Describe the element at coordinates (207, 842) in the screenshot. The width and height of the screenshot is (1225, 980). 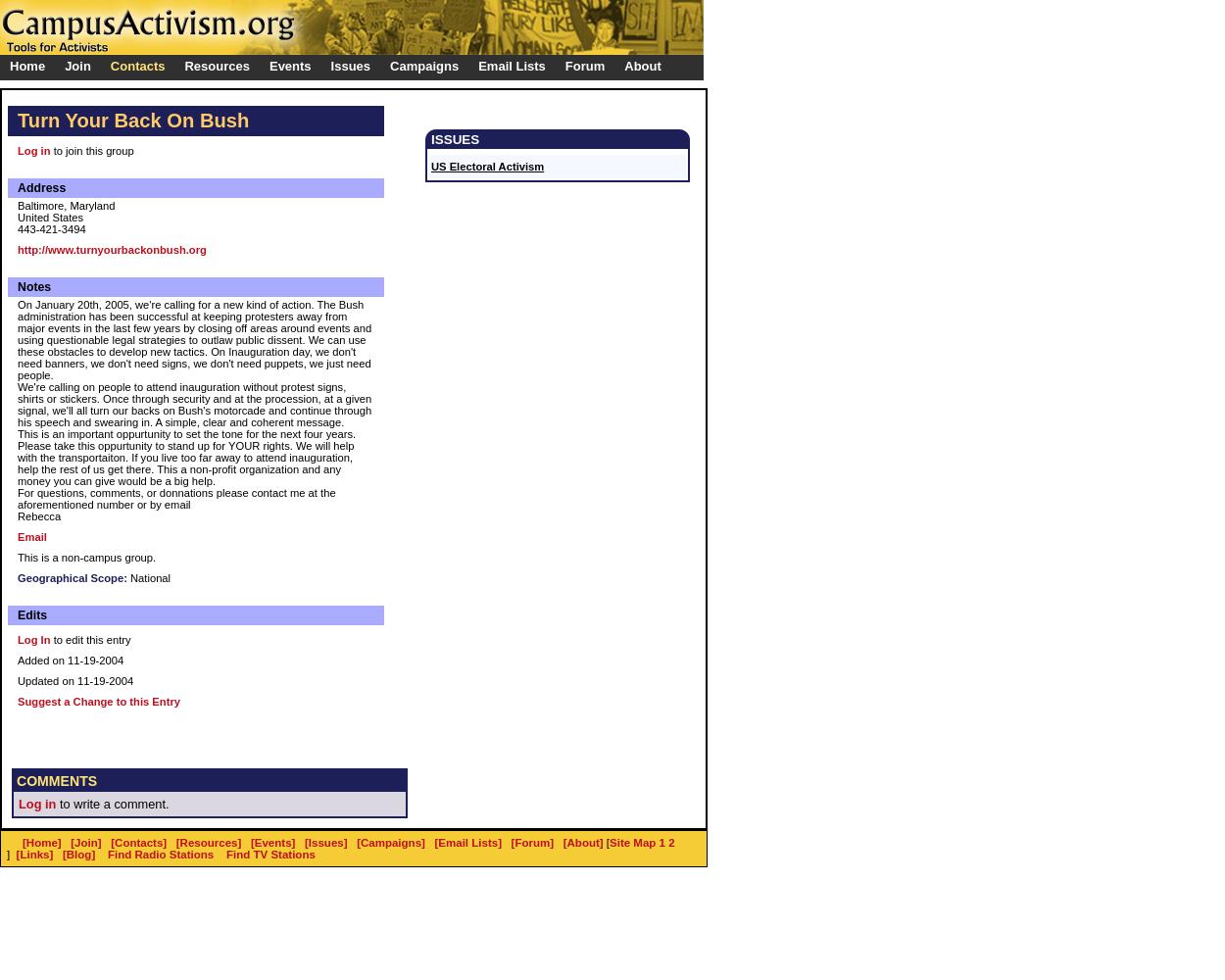
I see `'[Resources]'` at that location.